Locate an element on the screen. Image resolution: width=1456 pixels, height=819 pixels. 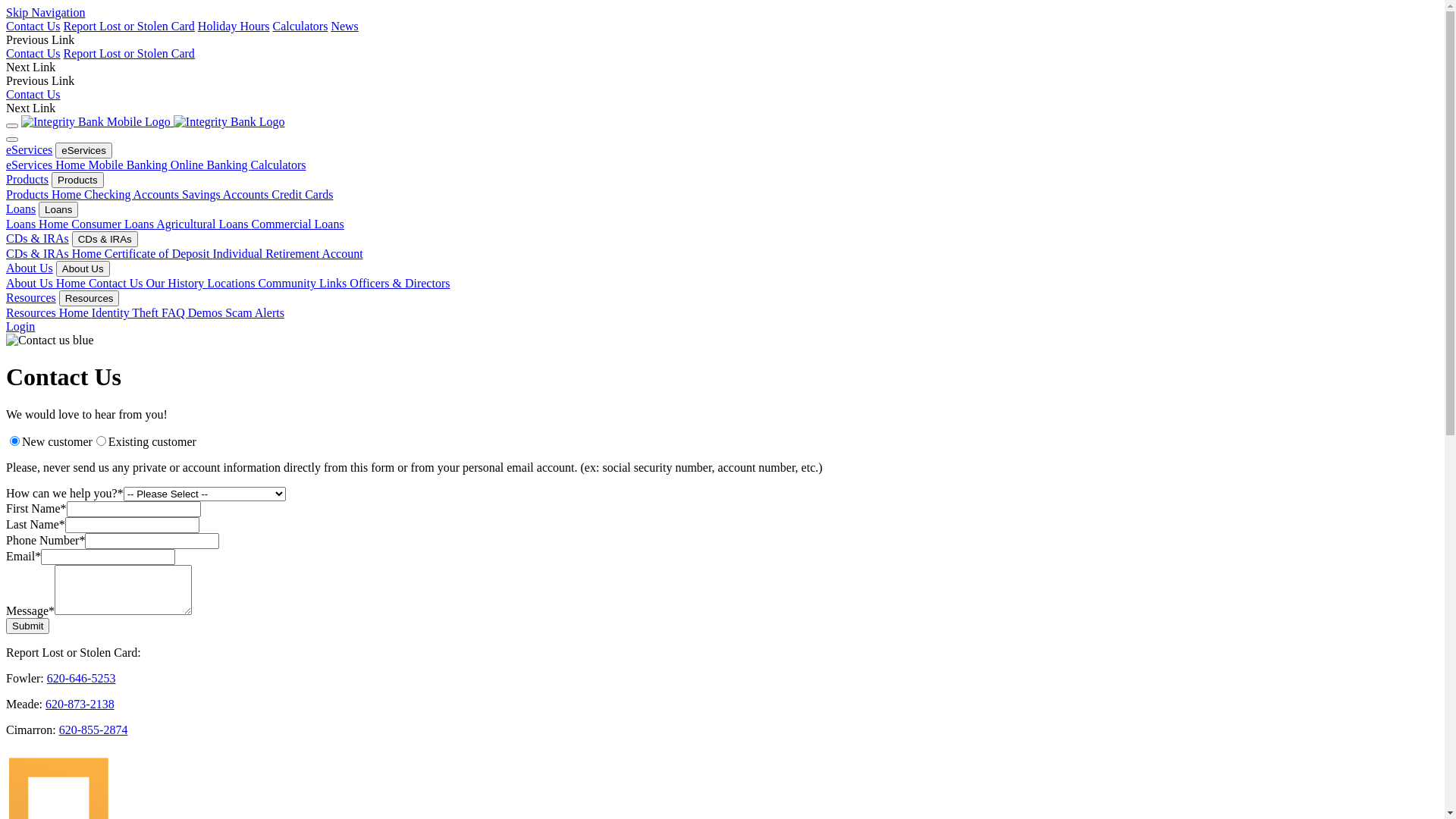
'Calculators' is located at coordinates (300, 26).